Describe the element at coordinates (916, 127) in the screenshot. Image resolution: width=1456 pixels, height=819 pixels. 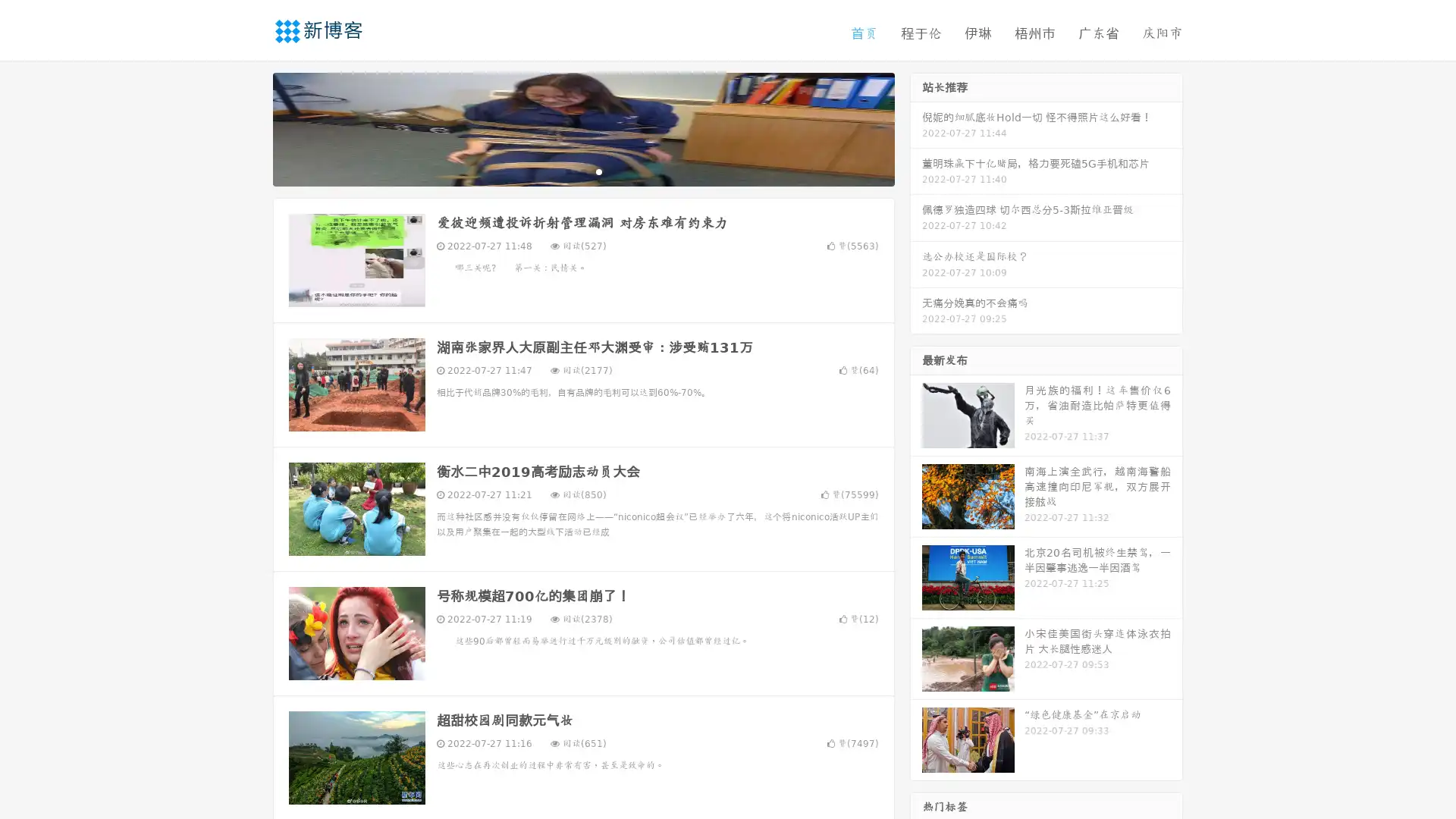
I see `Next slide` at that location.